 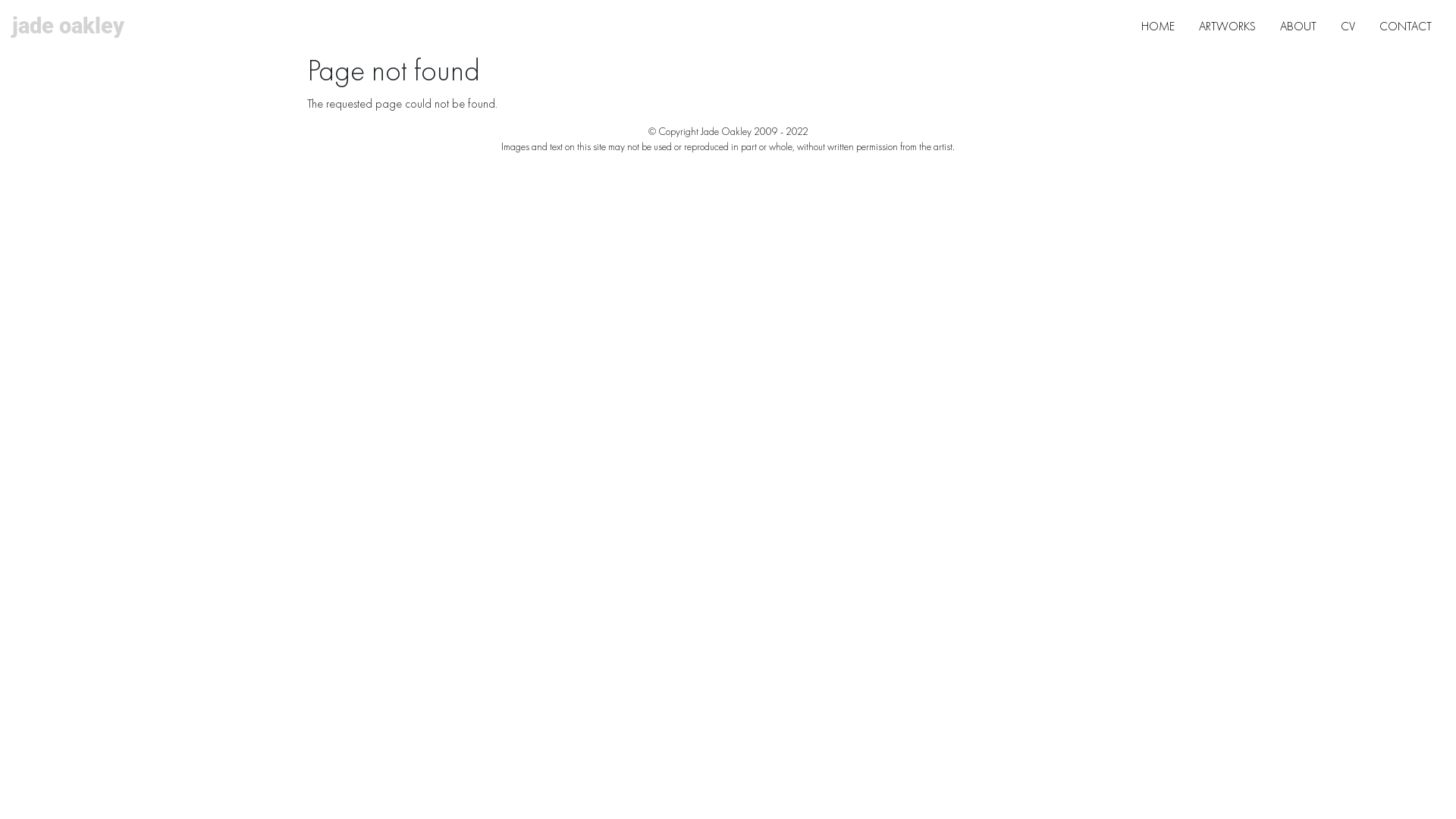 What do you see at coordinates (1227, 26) in the screenshot?
I see `'ARTWORKS'` at bounding box center [1227, 26].